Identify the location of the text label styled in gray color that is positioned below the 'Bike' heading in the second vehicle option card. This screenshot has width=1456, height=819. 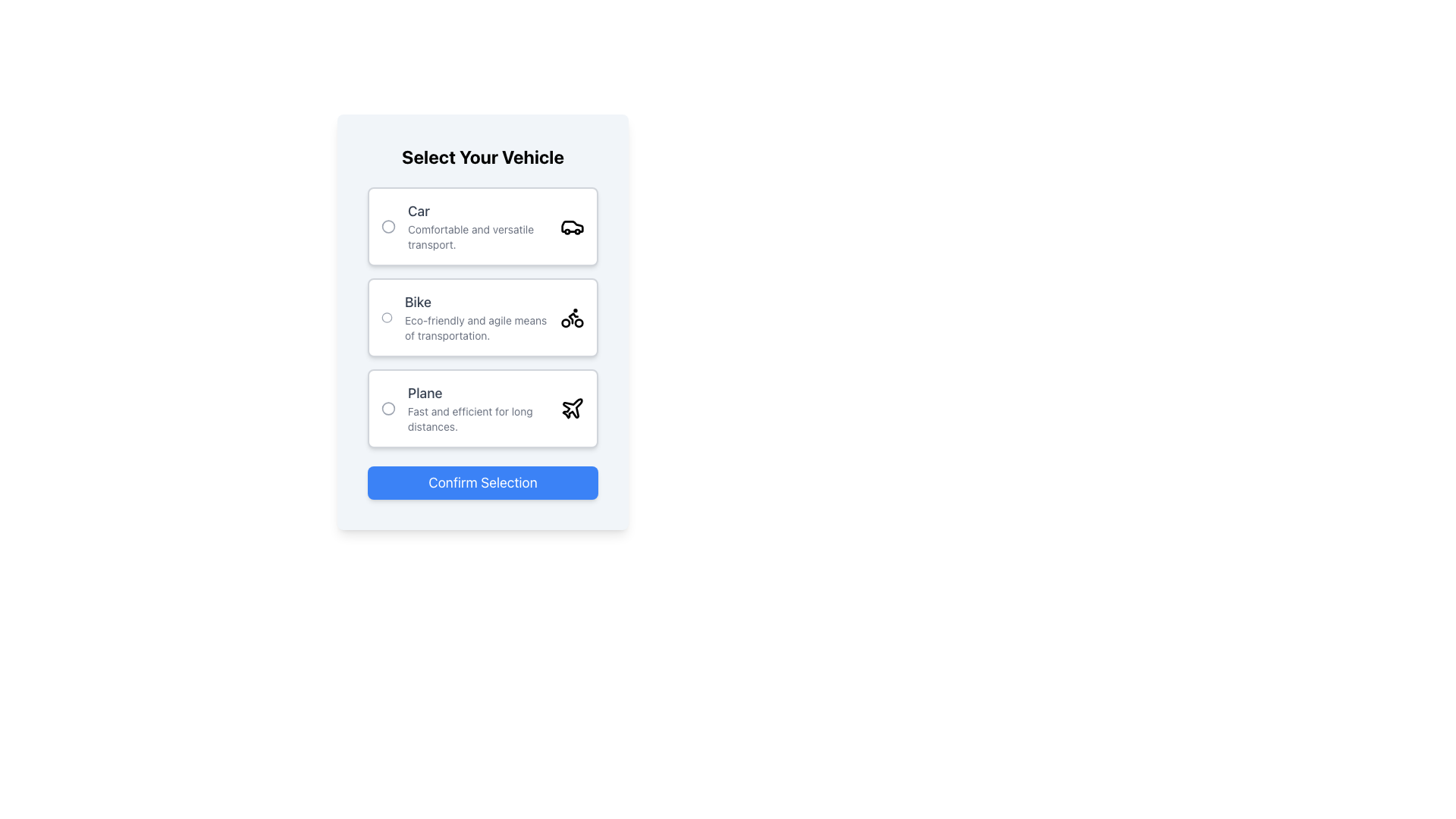
(475, 327).